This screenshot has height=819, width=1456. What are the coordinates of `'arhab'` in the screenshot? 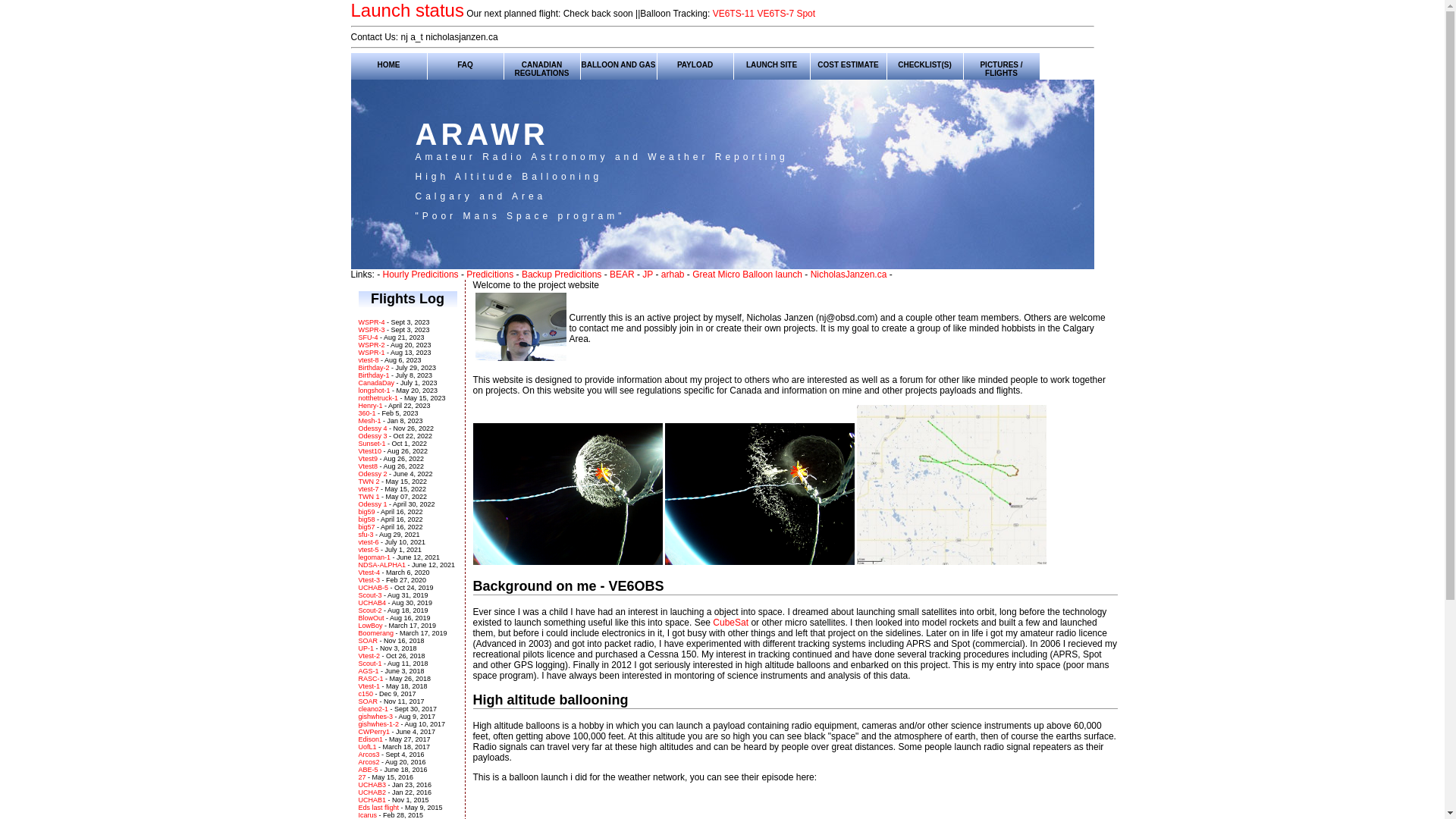 It's located at (672, 275).